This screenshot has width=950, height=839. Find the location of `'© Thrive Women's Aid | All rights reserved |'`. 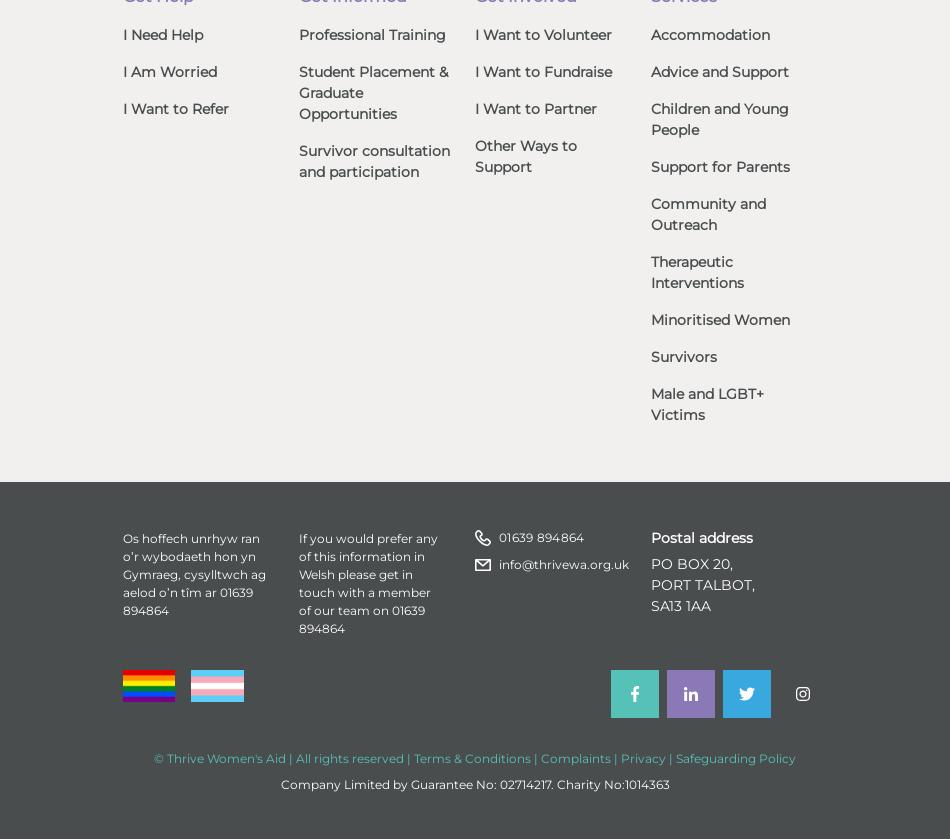

'© Thrive Women's Aid | All rights reserved |' is located at coordinates (282, 756).